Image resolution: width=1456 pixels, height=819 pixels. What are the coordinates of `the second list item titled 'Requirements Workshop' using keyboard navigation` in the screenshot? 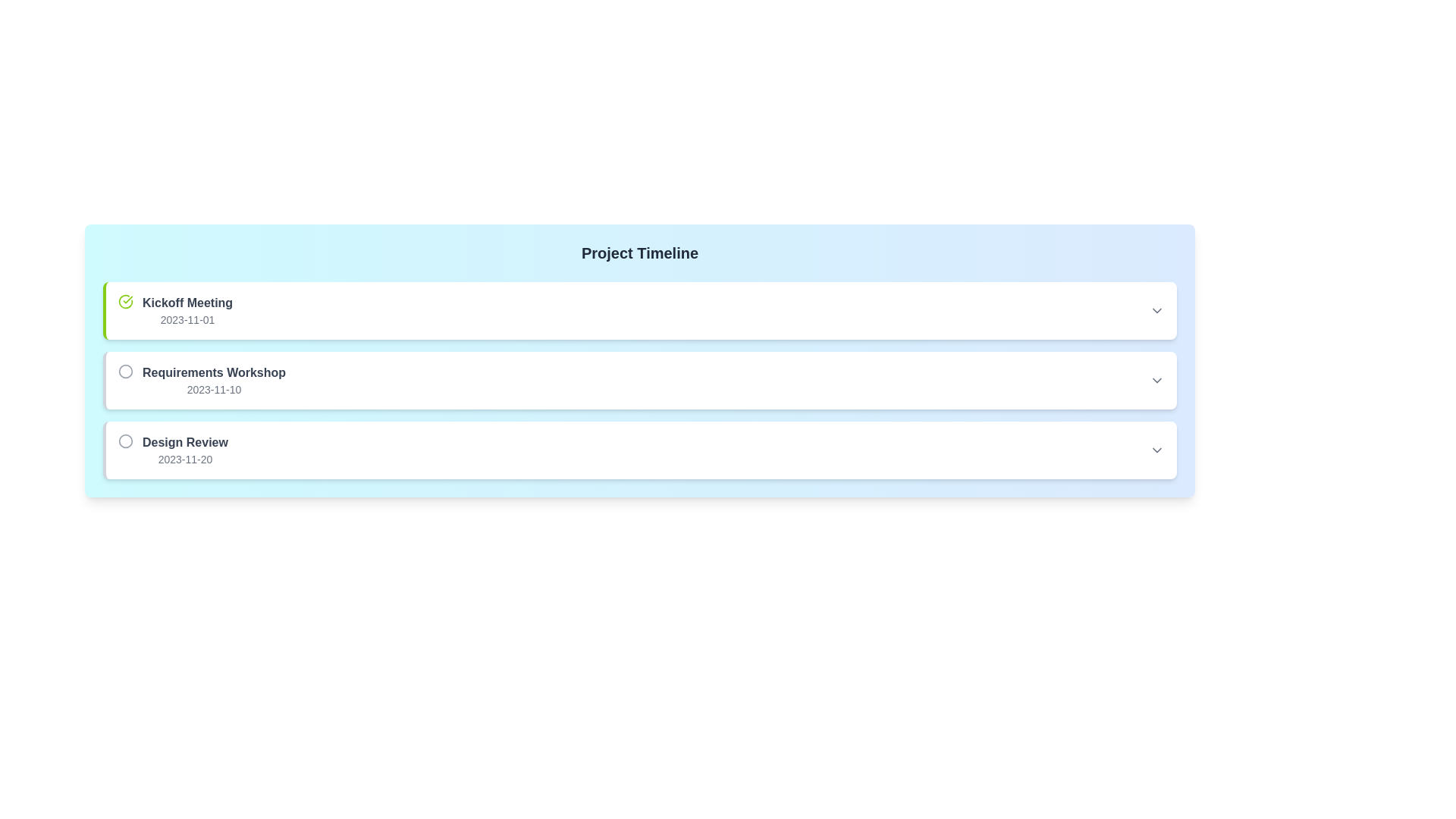 It's located at (201, 379).